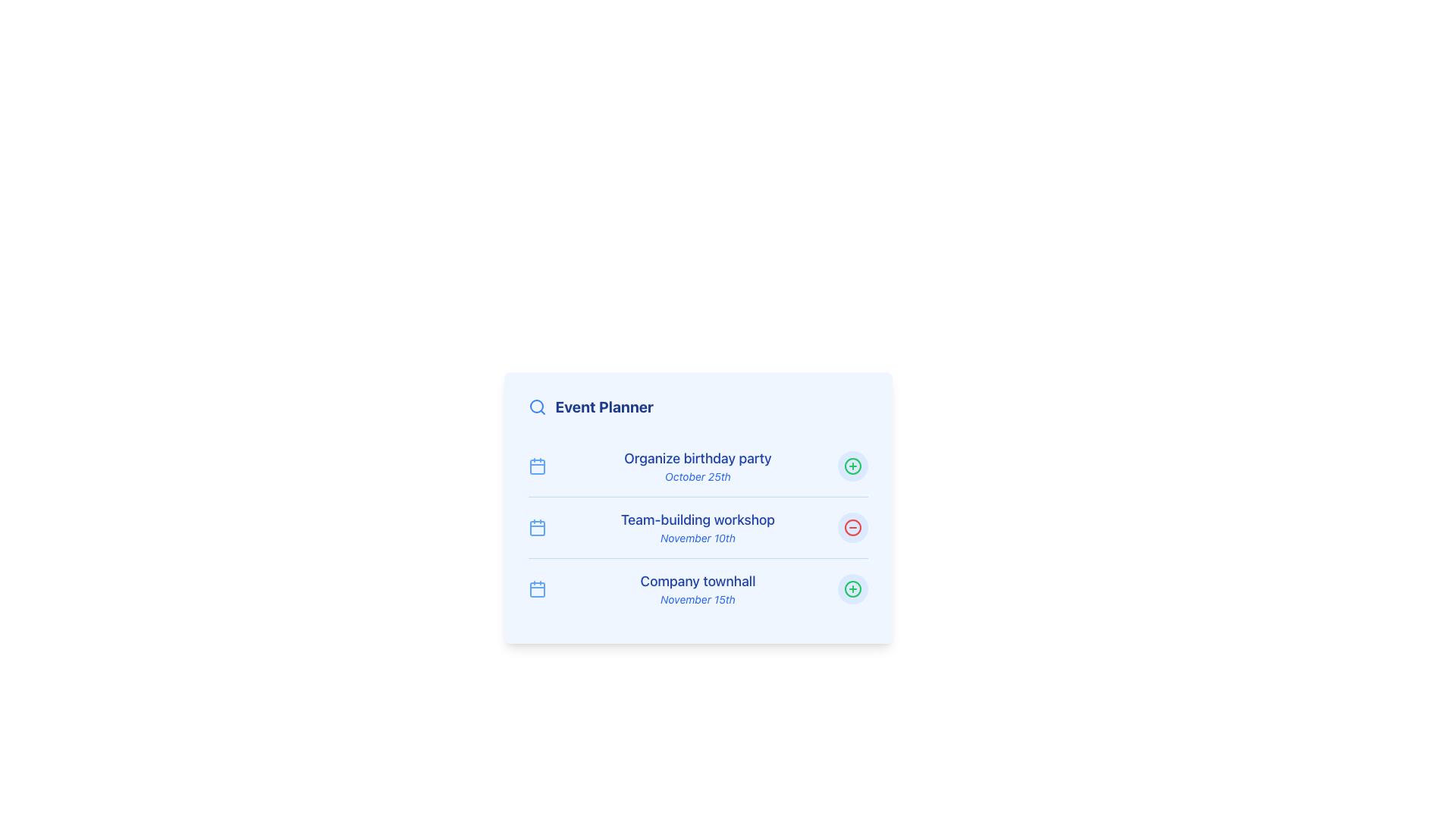  What do you see at coordinates (697, 526) in the screenshot?
I see `the text display element that shows the title 'Team-building workshop' and its date 'November 10th'` at bounding box center [697, 526].